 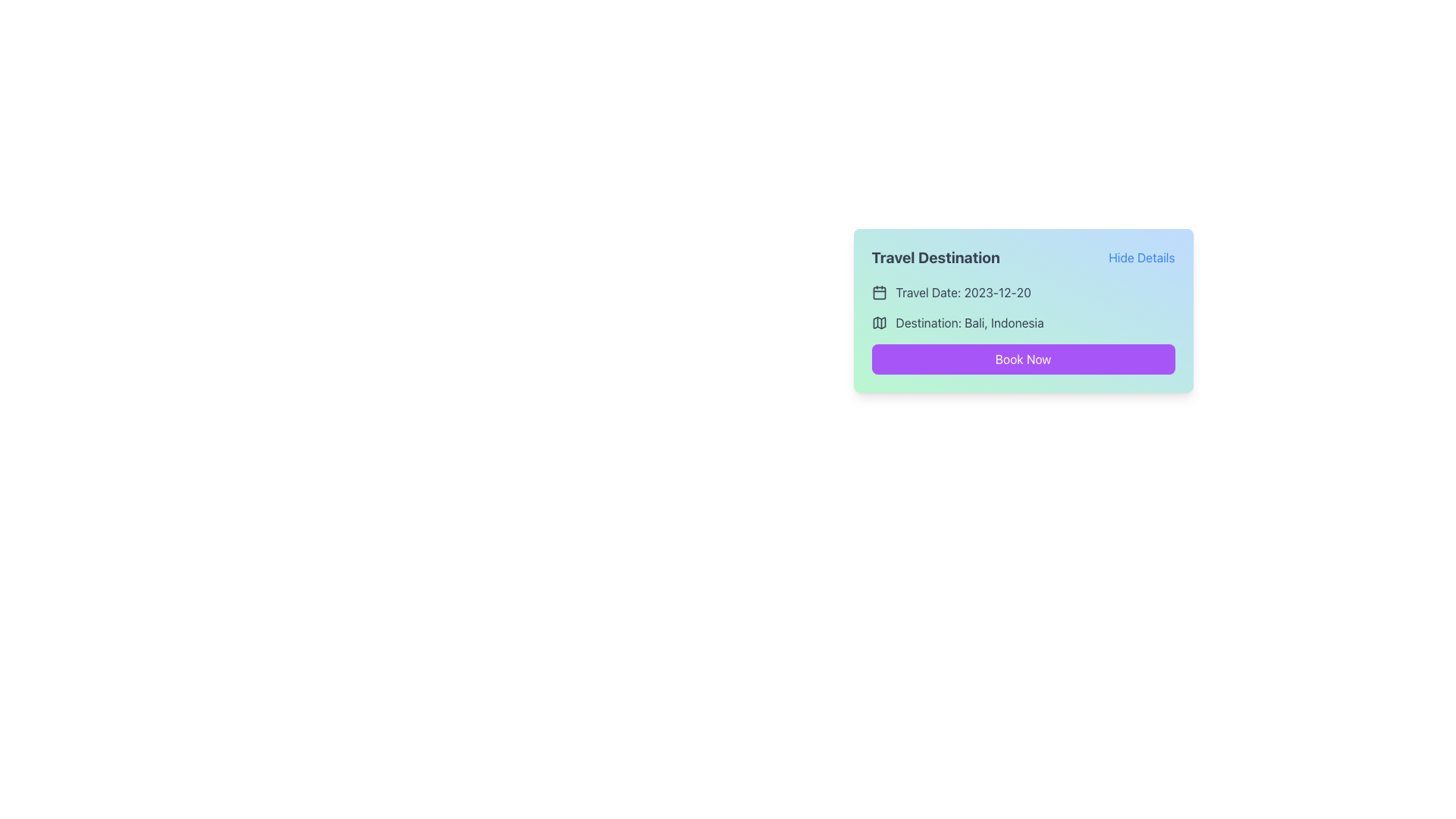 What do you see at coordinates (879, 322) in the screenshot?
I see `the location/map icon that is located to the immediate left of the text 'Destination: Bali, Indonesia' within the travel destination card` at bounding box center [879, 322].